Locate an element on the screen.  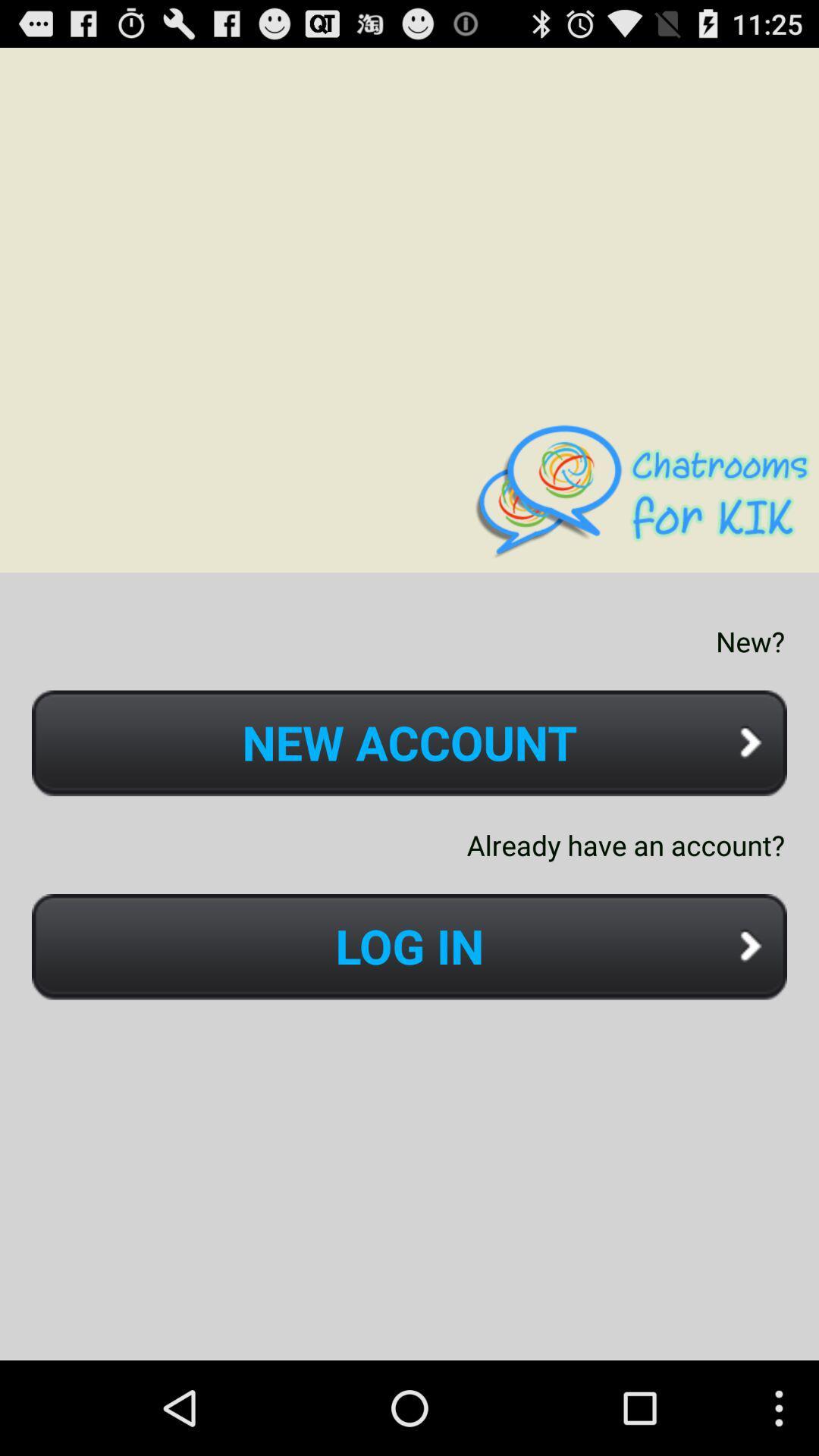
icon above already have an is located at coordinates (409, 743).